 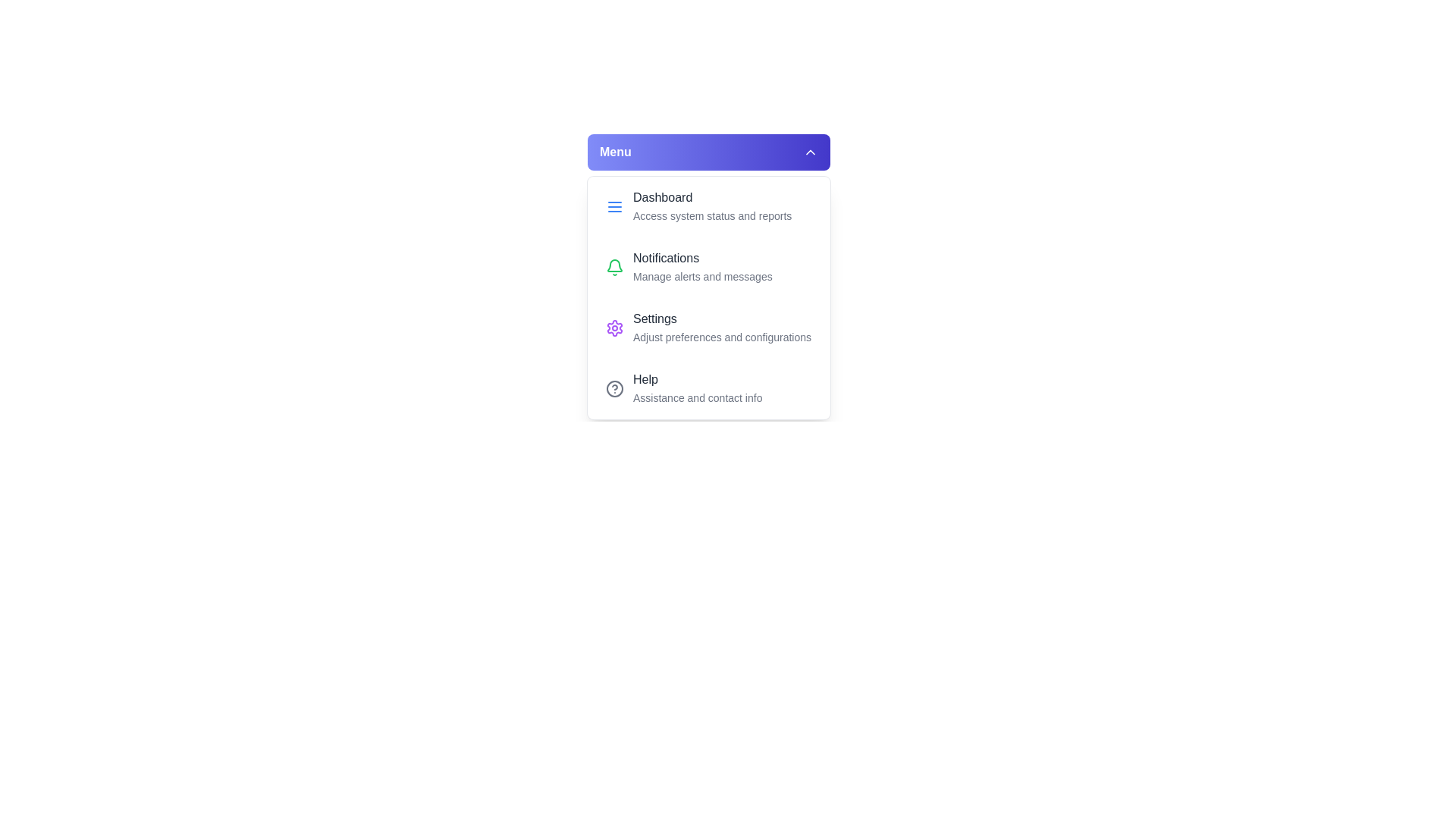 I want to click on the text label styled in a small gray font containing 'Assistance and contact info', located directly below the 'Help' title in the vertical navigation menu, so click(x=697, y=397).